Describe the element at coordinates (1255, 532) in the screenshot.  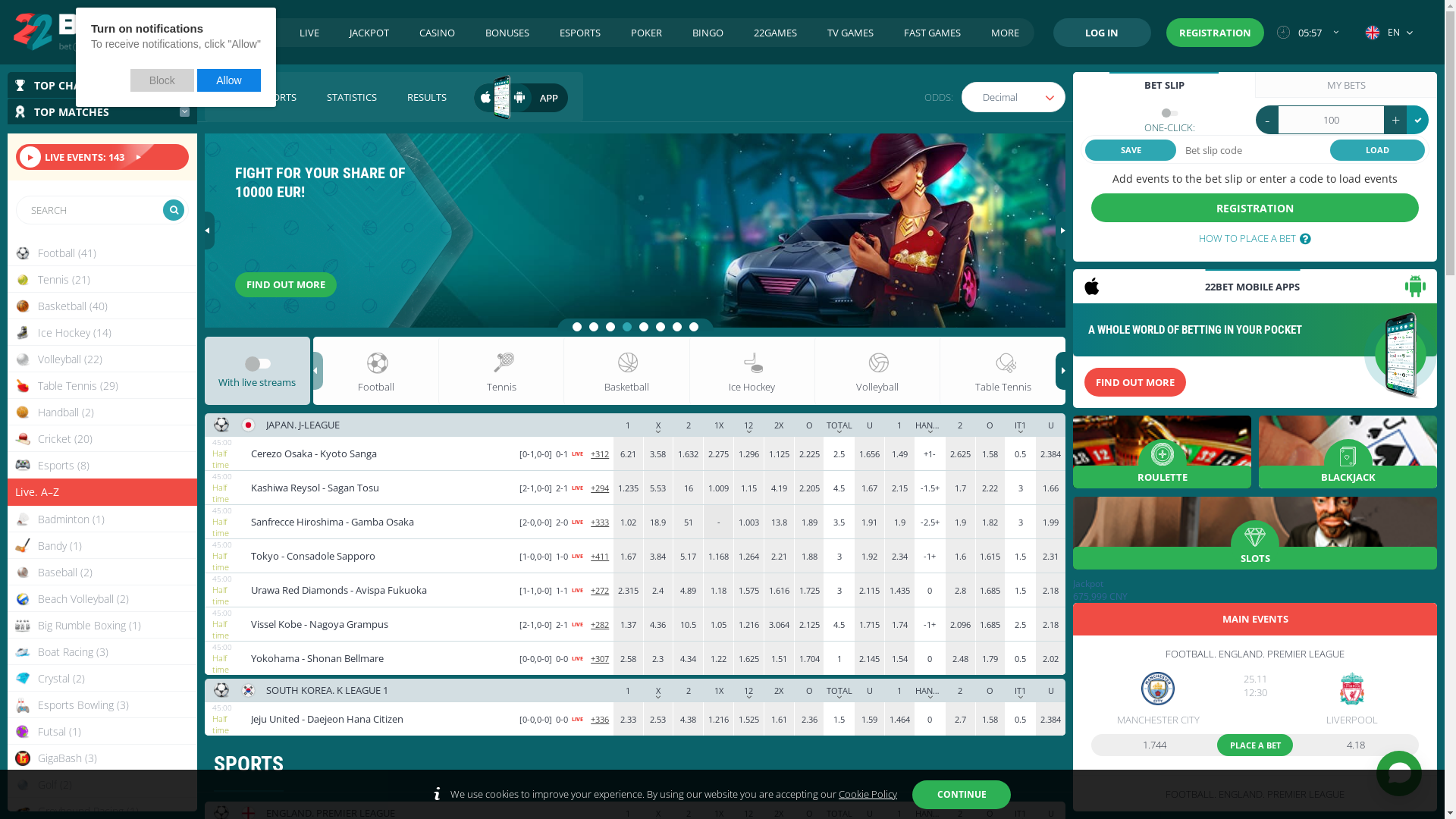
I see `'SLOTS'` at that location.